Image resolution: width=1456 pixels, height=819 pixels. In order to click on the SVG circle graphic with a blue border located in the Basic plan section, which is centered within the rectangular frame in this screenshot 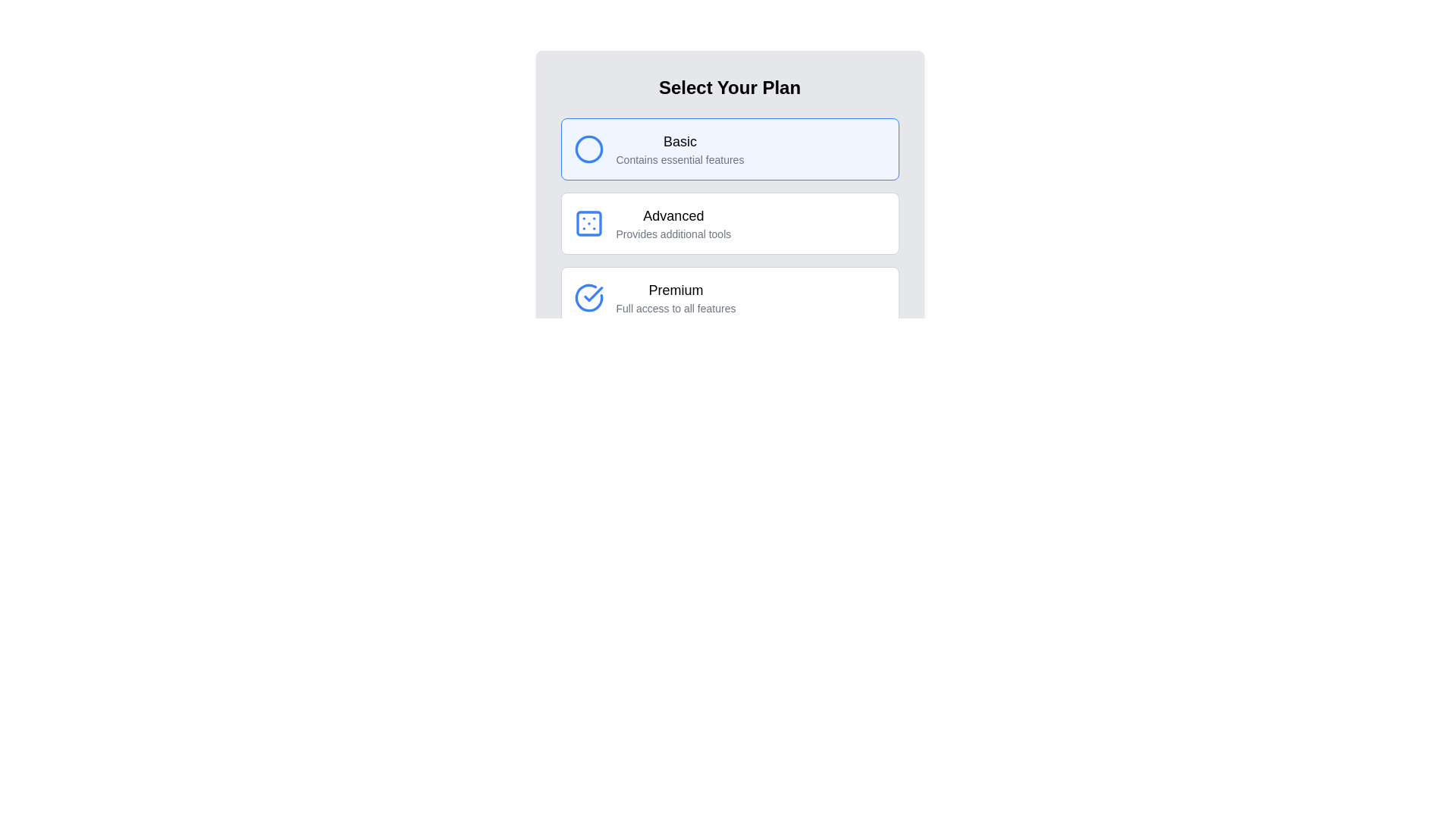, I will do `click(588, 149)`.